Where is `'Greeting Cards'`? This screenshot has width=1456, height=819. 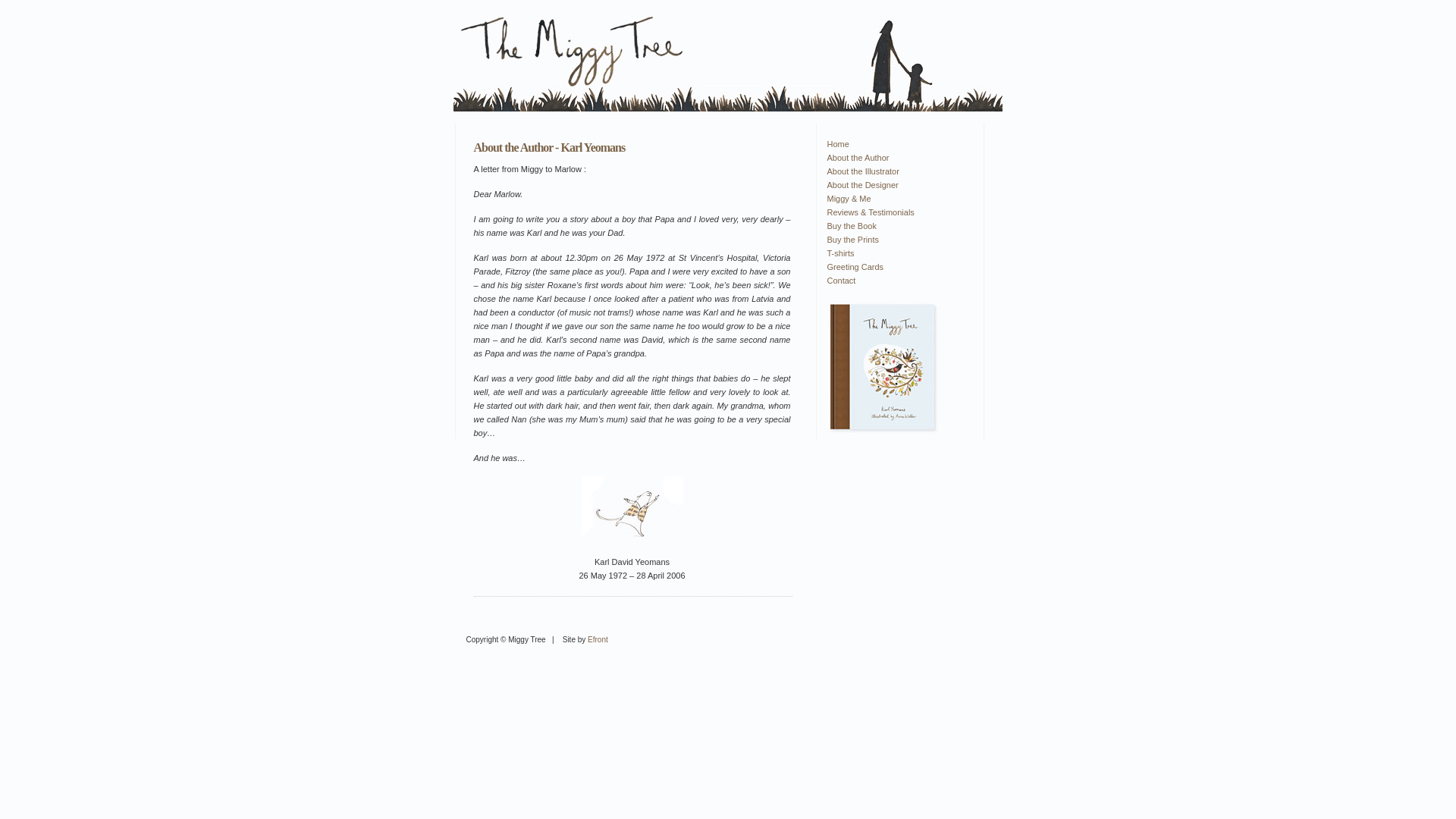 'Greeting Cards' is located at coordinates (895, 265).